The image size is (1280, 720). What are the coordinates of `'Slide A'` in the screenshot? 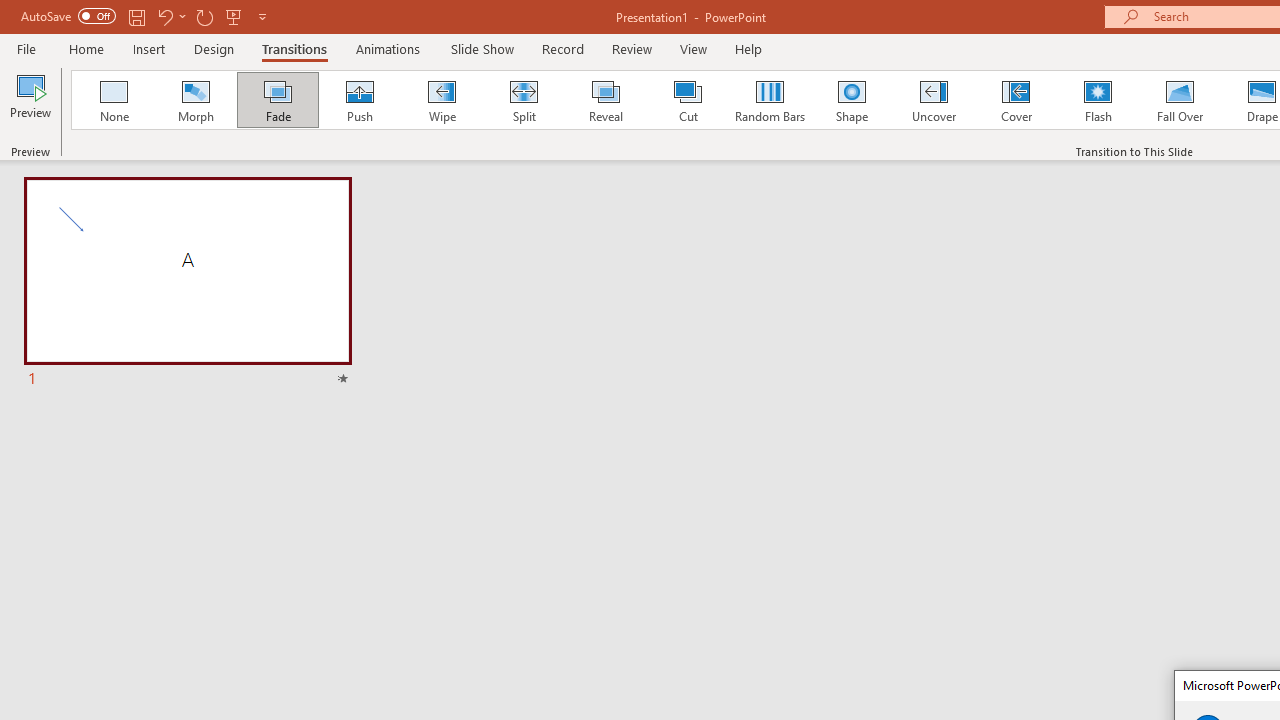 It's located at (187, 284).